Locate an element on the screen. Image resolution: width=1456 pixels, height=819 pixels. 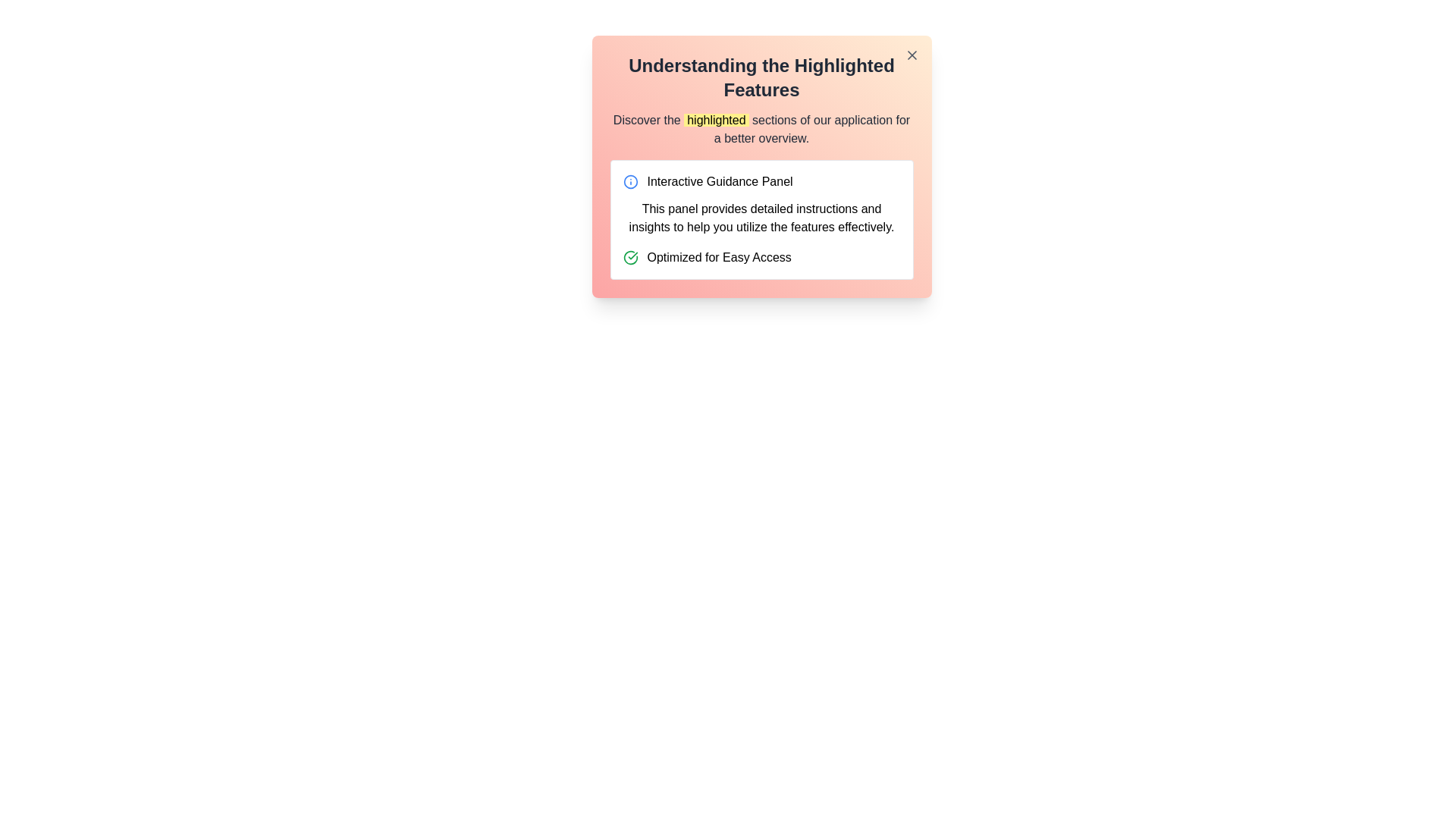
the Symbolic icon that represents the 'Interactive Guidance Panel' section, positioned to the left of the corresponding text is located at coordinates (630, 180).